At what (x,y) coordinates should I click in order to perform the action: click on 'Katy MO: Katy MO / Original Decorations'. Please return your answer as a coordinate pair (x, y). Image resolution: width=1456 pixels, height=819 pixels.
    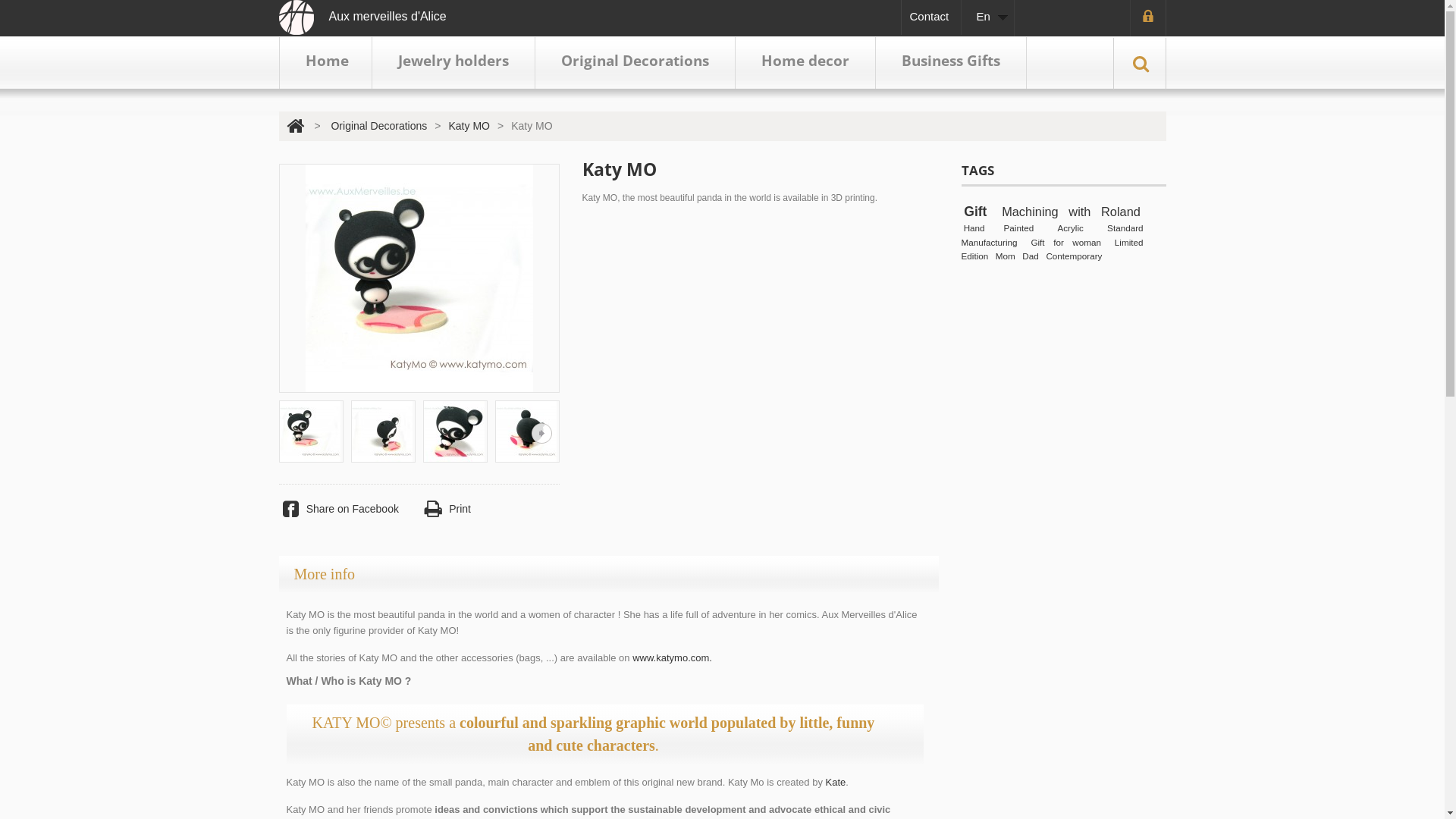
    Looking at the image, I should click on (382, 431).